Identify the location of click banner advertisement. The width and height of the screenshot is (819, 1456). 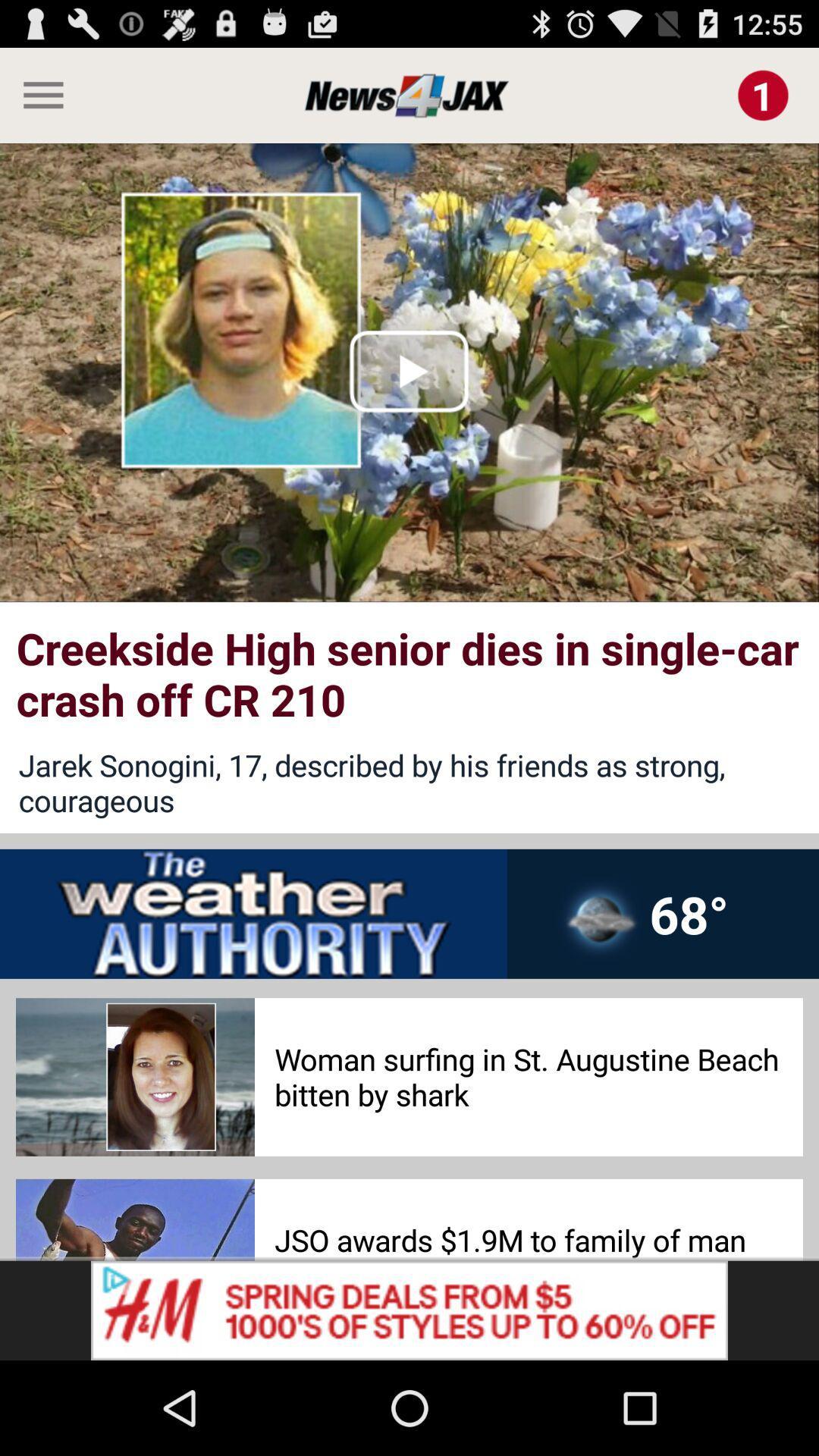
(409, 1310).